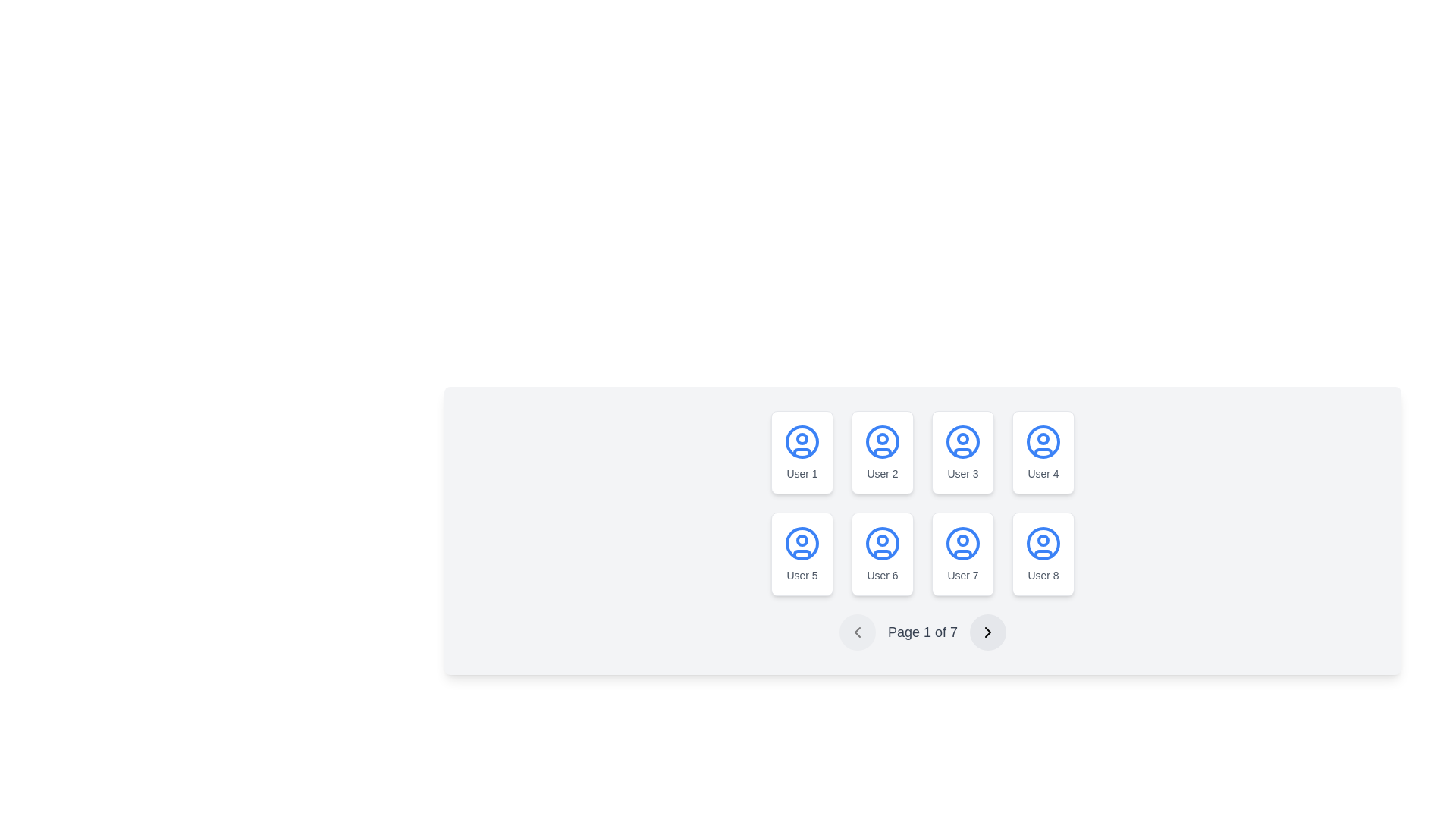 This screenshot has width=1456, height=819. What do you see at coordinates (882, 451) in the screenshot?
I see `the lower section of the user icon, which represents the neck area of the user shape in the second position of the top row within a grid of user icons` at bounding box center [882, 451].